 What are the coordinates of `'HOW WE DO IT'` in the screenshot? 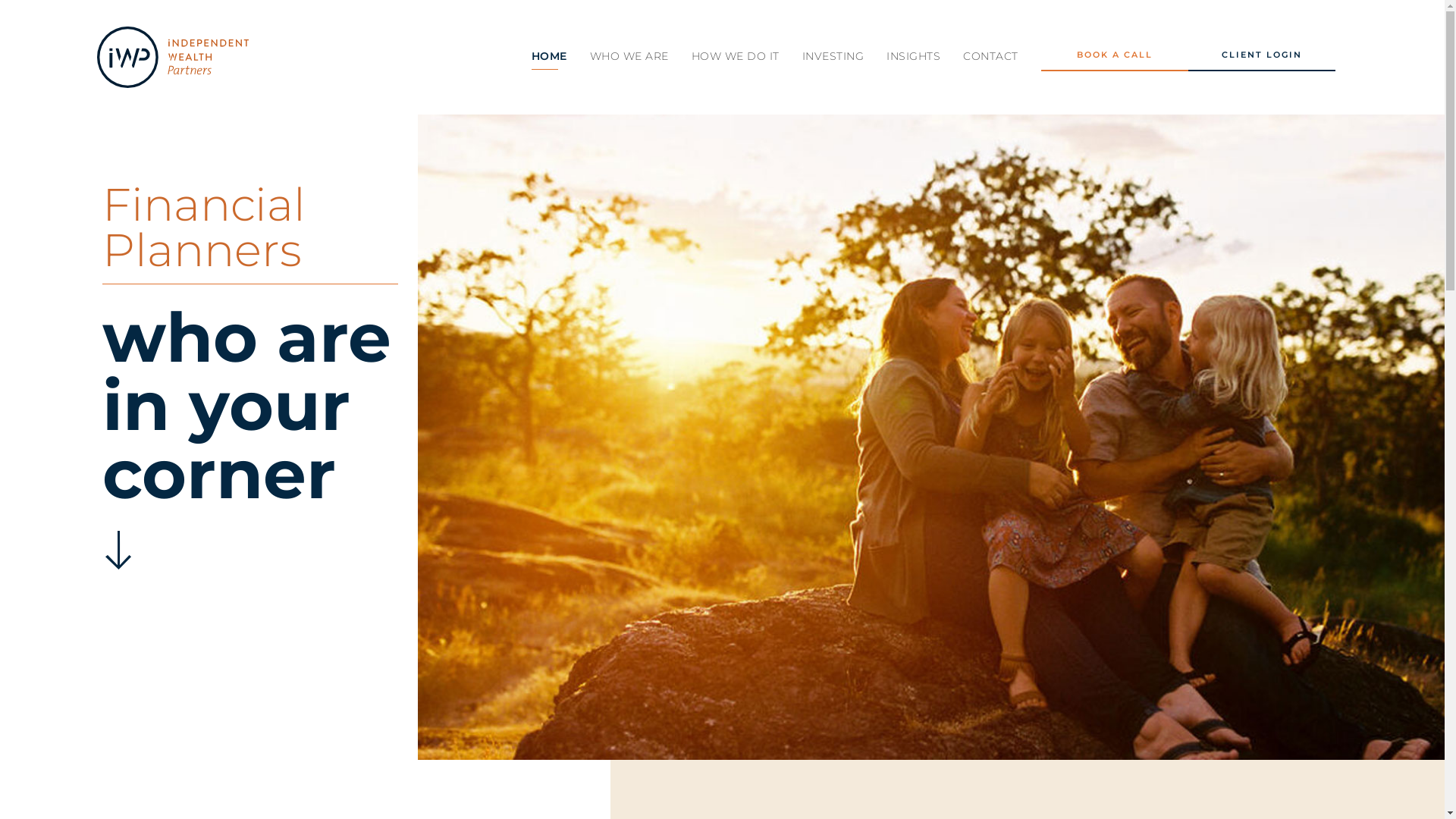 It's located at (735, 55).